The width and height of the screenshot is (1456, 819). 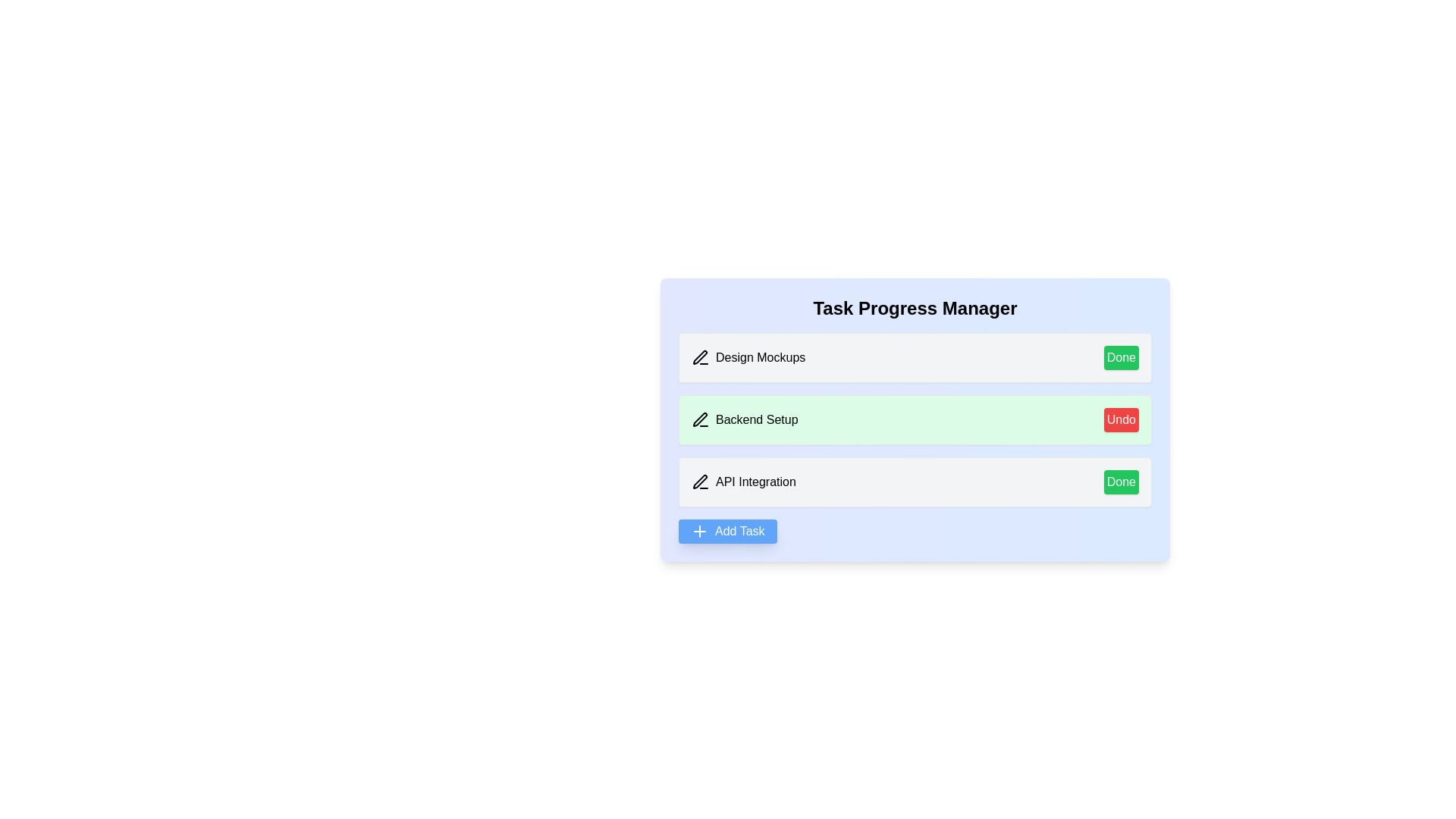 I want to click on the 'Add Task' button to add a new task, so click(x=726, y=531).